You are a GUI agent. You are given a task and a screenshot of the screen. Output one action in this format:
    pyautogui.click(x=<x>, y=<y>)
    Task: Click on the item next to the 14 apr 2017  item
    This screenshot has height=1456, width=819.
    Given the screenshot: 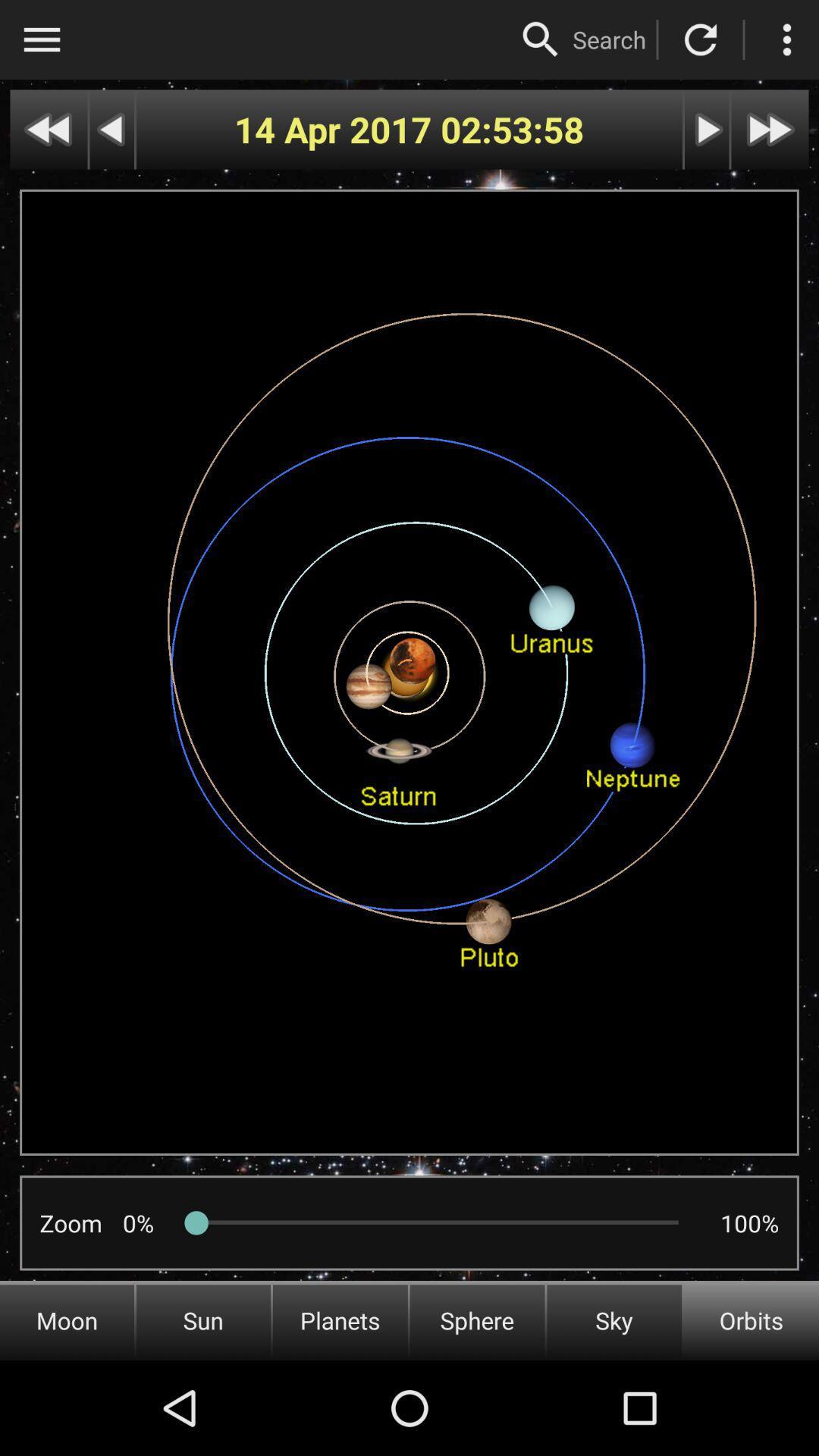 What is the action you would take?
    pyautogui.click(x=512, y=130)
    